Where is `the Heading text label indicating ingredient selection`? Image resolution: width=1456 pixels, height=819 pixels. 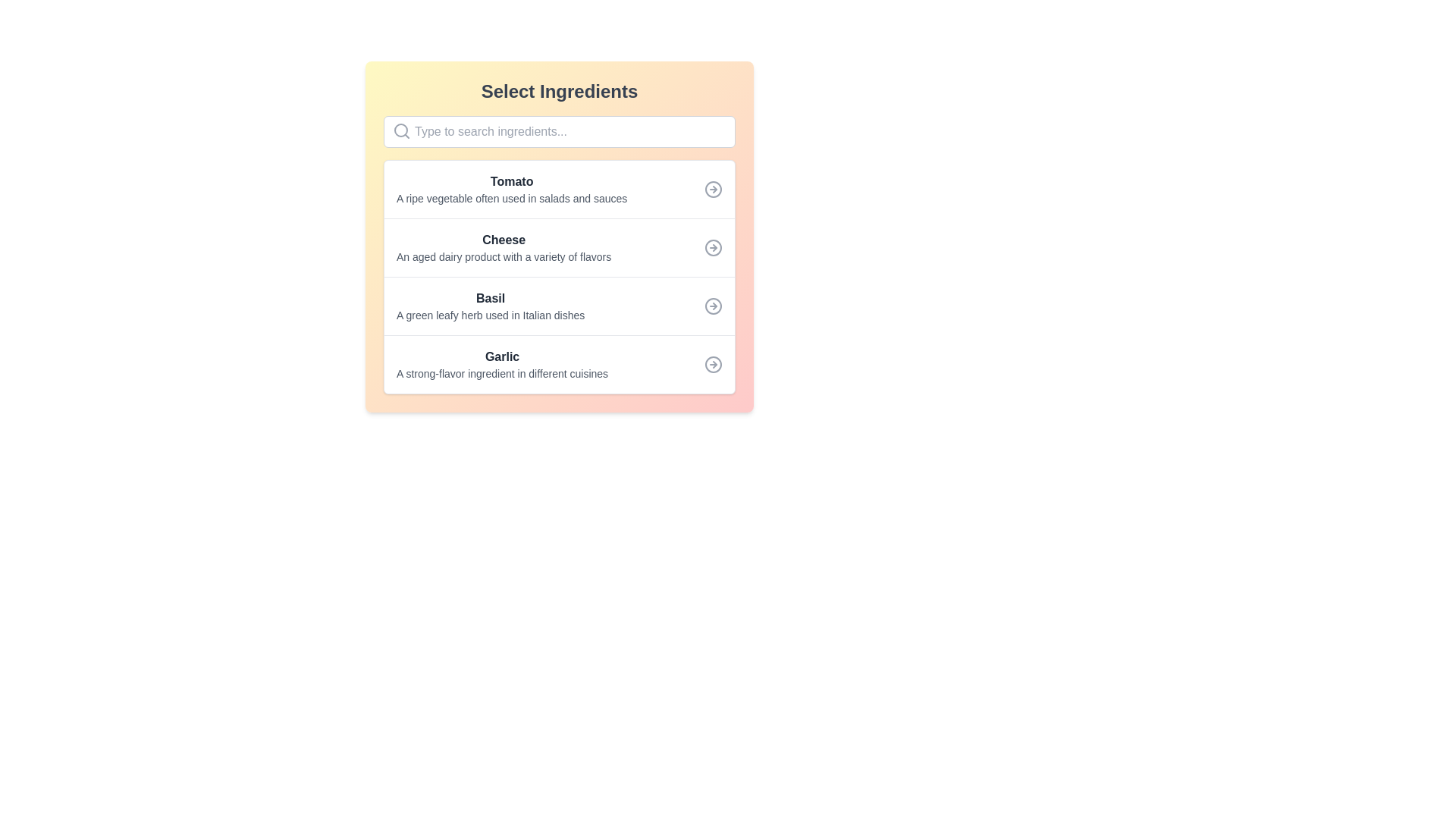 the Heading text label indicating ingredient selection is located at coordinates (559, 91).